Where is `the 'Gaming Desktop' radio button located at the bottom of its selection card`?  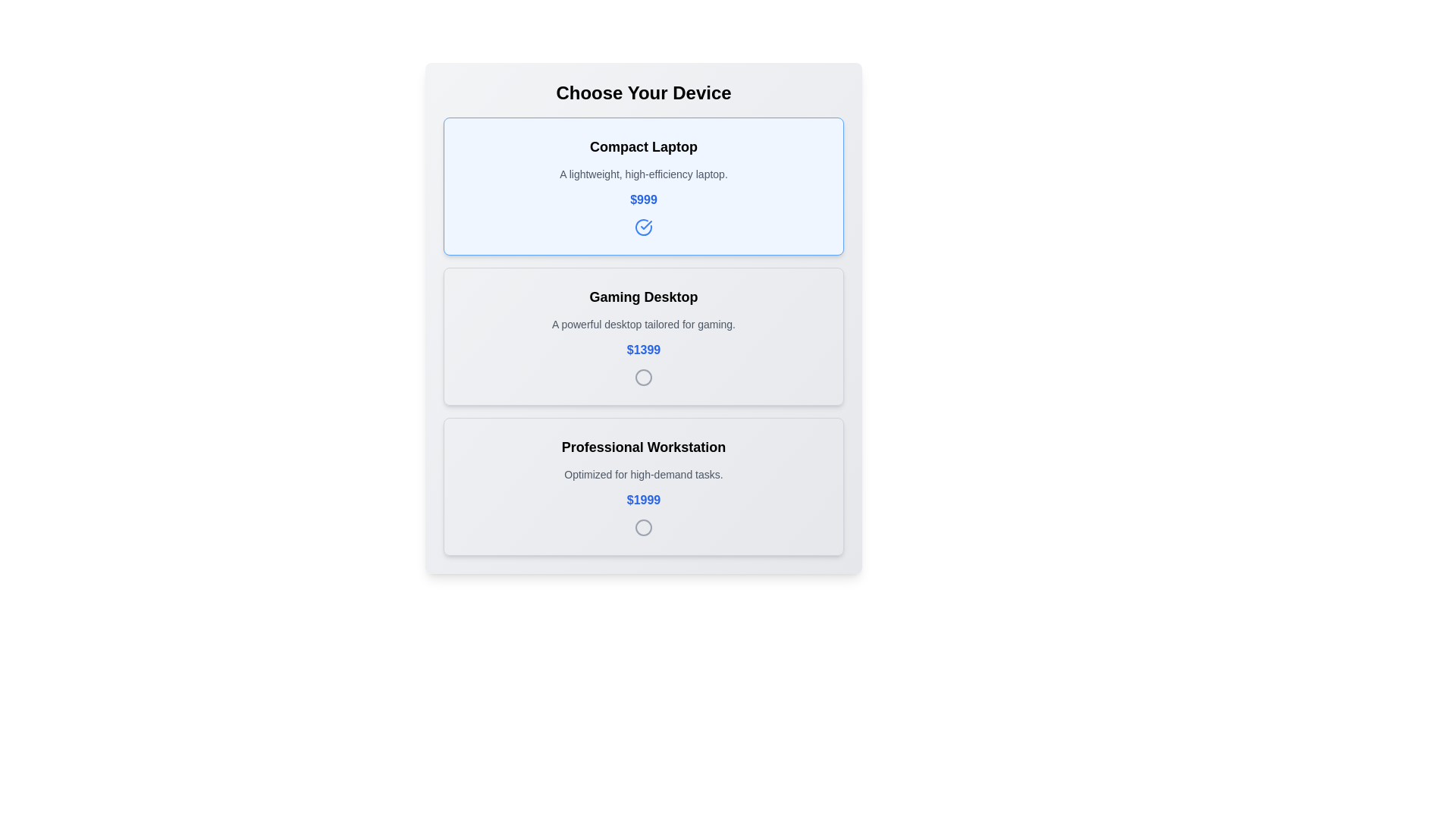
the 'Gaming Desktop' radio button located at the bottom of its selection card is located at coordinates (644, 376).